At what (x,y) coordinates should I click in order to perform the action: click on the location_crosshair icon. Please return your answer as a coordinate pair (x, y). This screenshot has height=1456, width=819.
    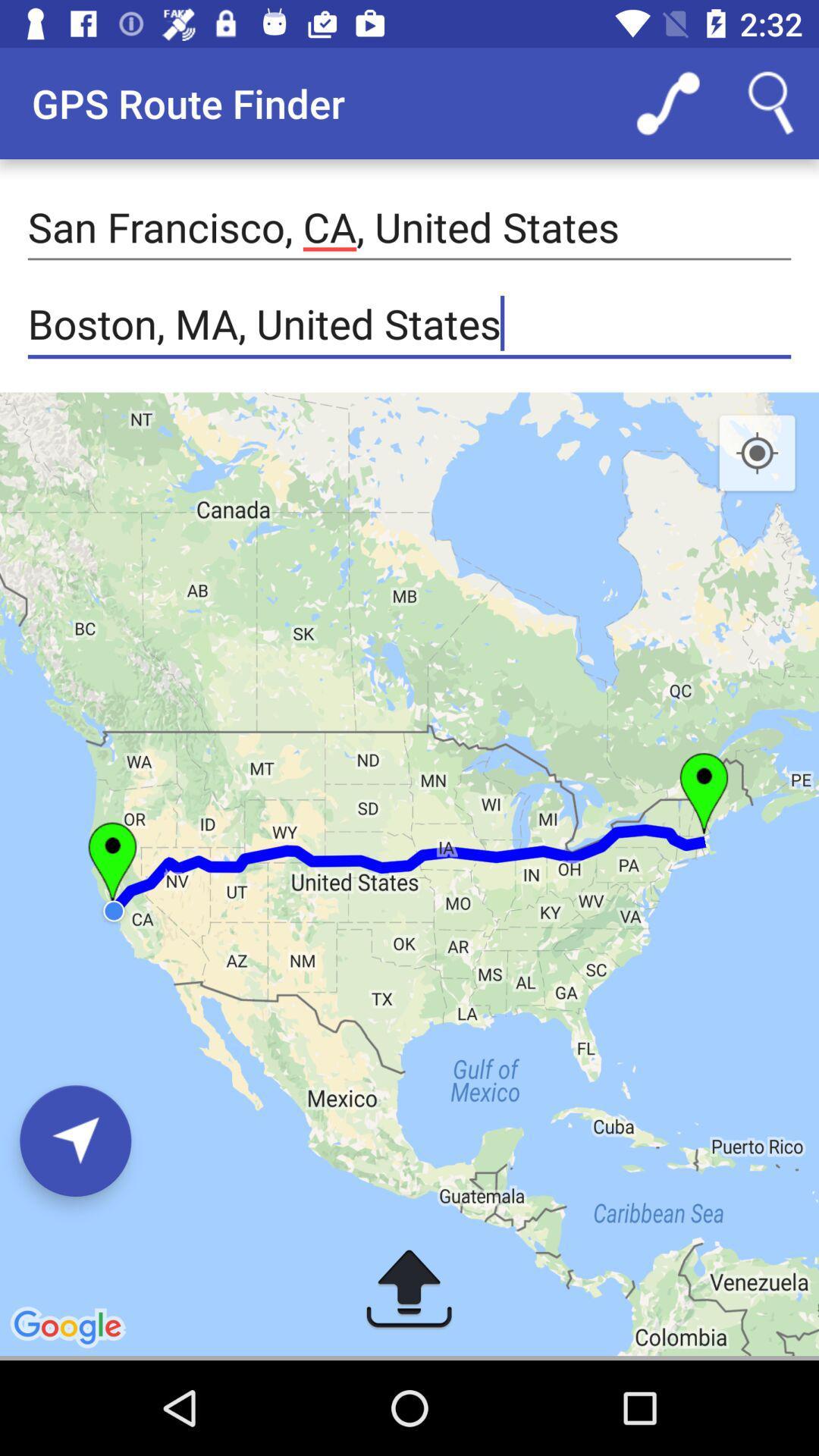
    Looking at the image, I should click on (757, 453).